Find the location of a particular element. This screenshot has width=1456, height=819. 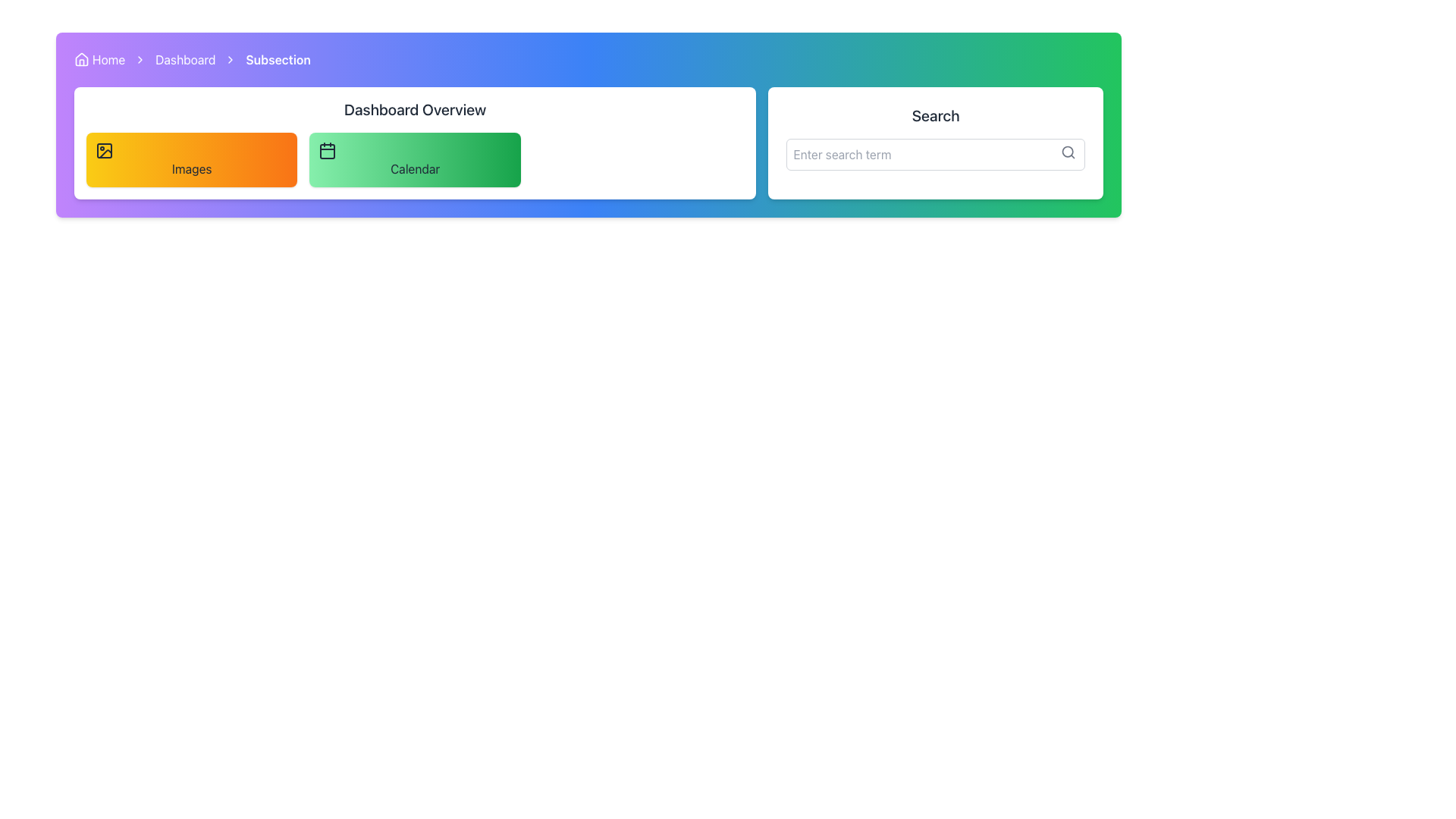

the navigational button located immediately to the right of the 'Images' button is located at coordinates (415, 160).